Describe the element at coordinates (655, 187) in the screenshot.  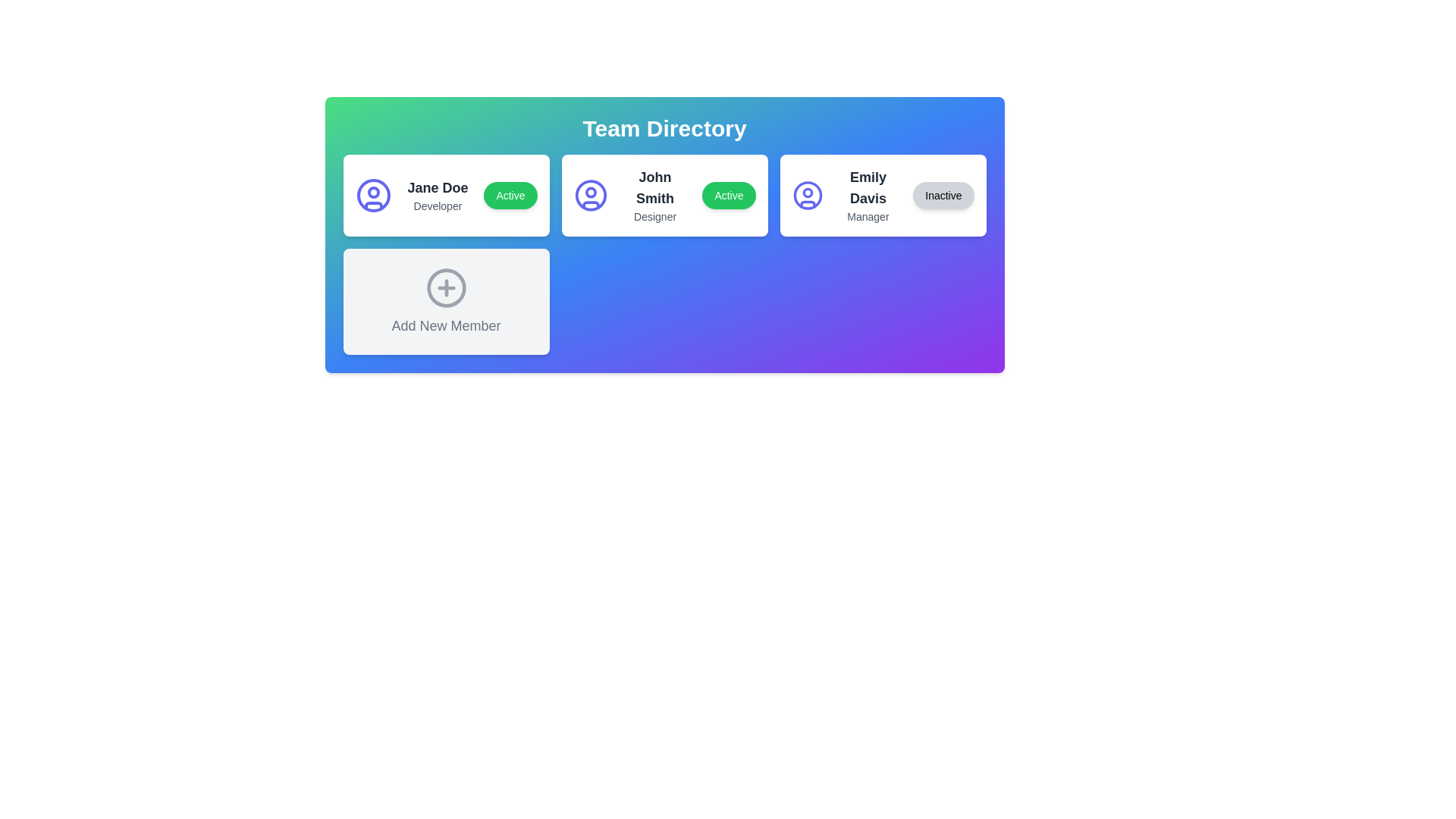
I see `the text element displaying the name 'John Smith' which is bold, large-sized, and centrally aligned in the 'Team Directory' section` at that location.